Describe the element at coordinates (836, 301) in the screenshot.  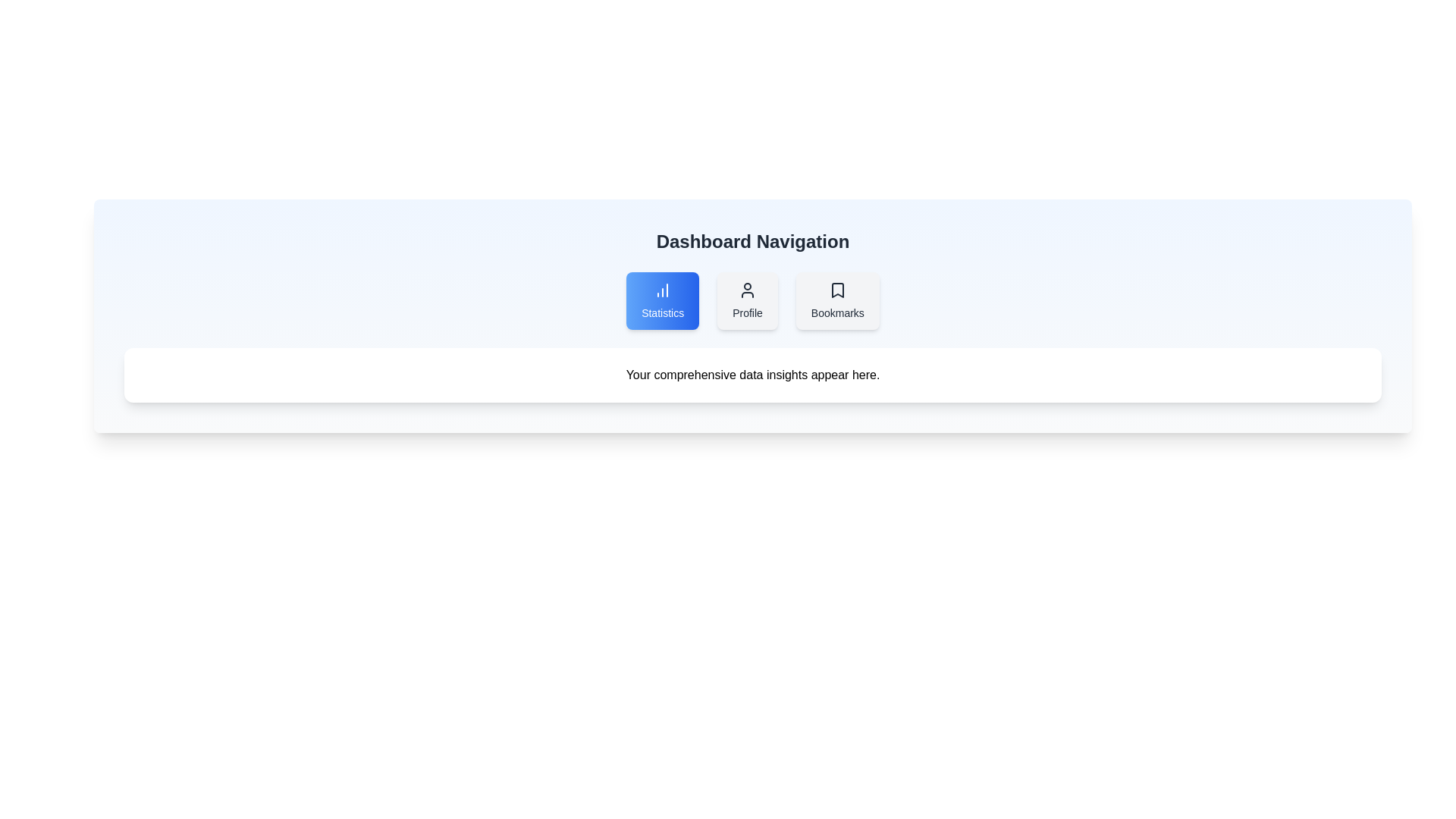
I see `the 'Bookmarks' button, which is a rectangular button with rounded edges, light gray background, dark gray text label, and a bookmark icon above the text` at that location.